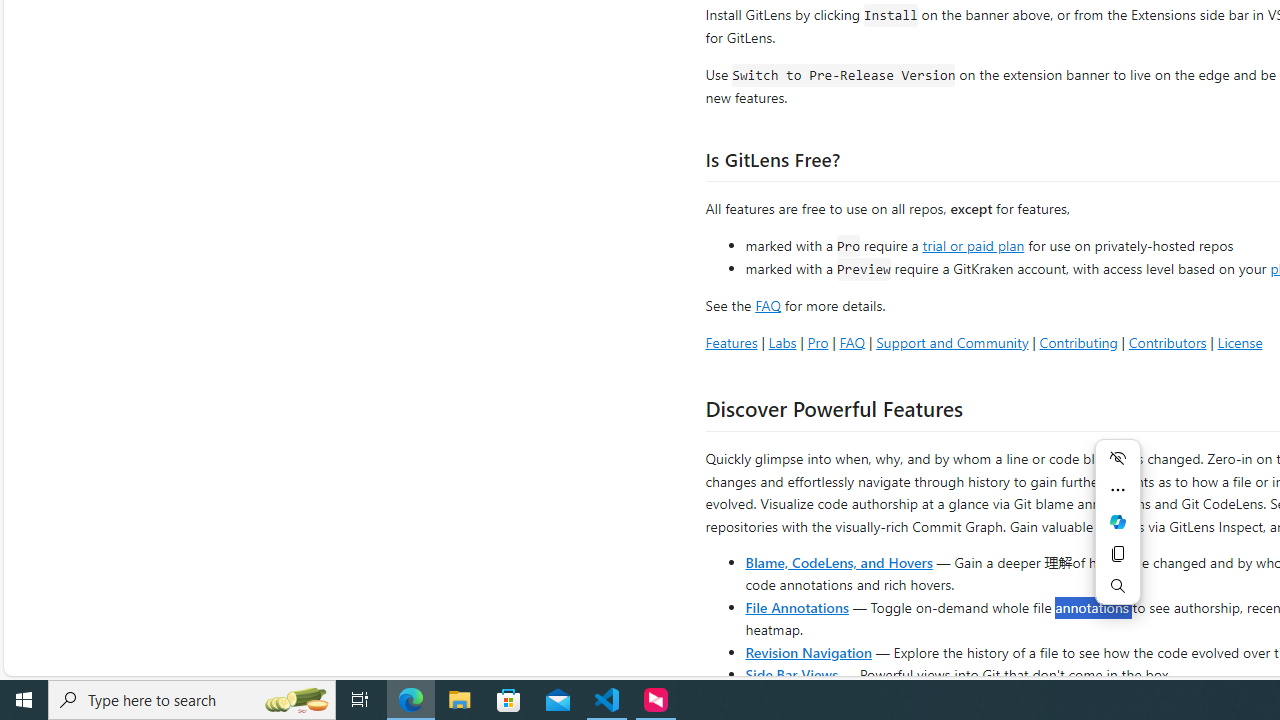  I want to click on 'Mini menu on text selection', so click(1117, 533).